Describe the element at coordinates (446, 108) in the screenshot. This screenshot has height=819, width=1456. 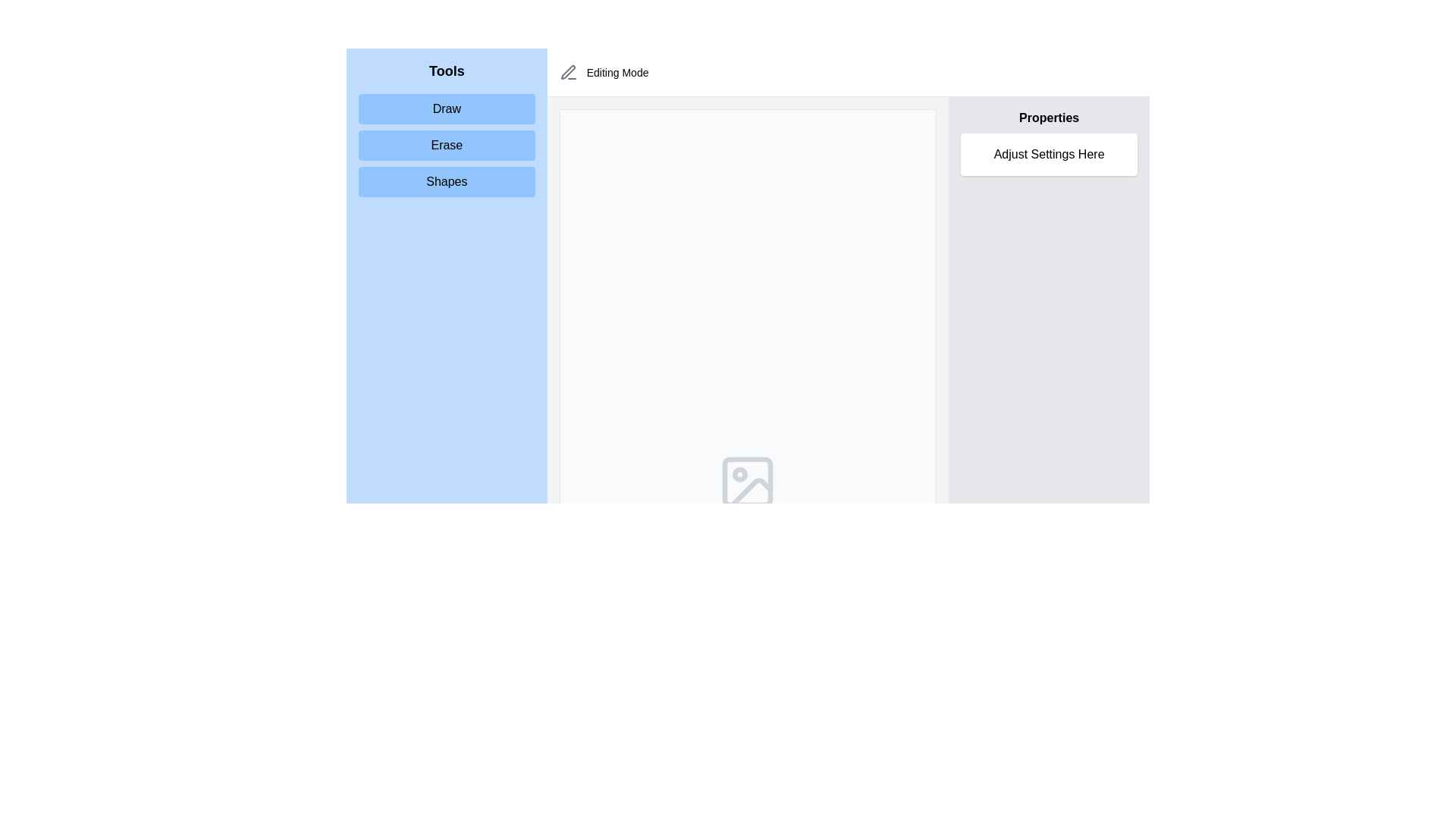
I see `the 'Draw' button located in the light blue column on the left side of the interface` at that location.